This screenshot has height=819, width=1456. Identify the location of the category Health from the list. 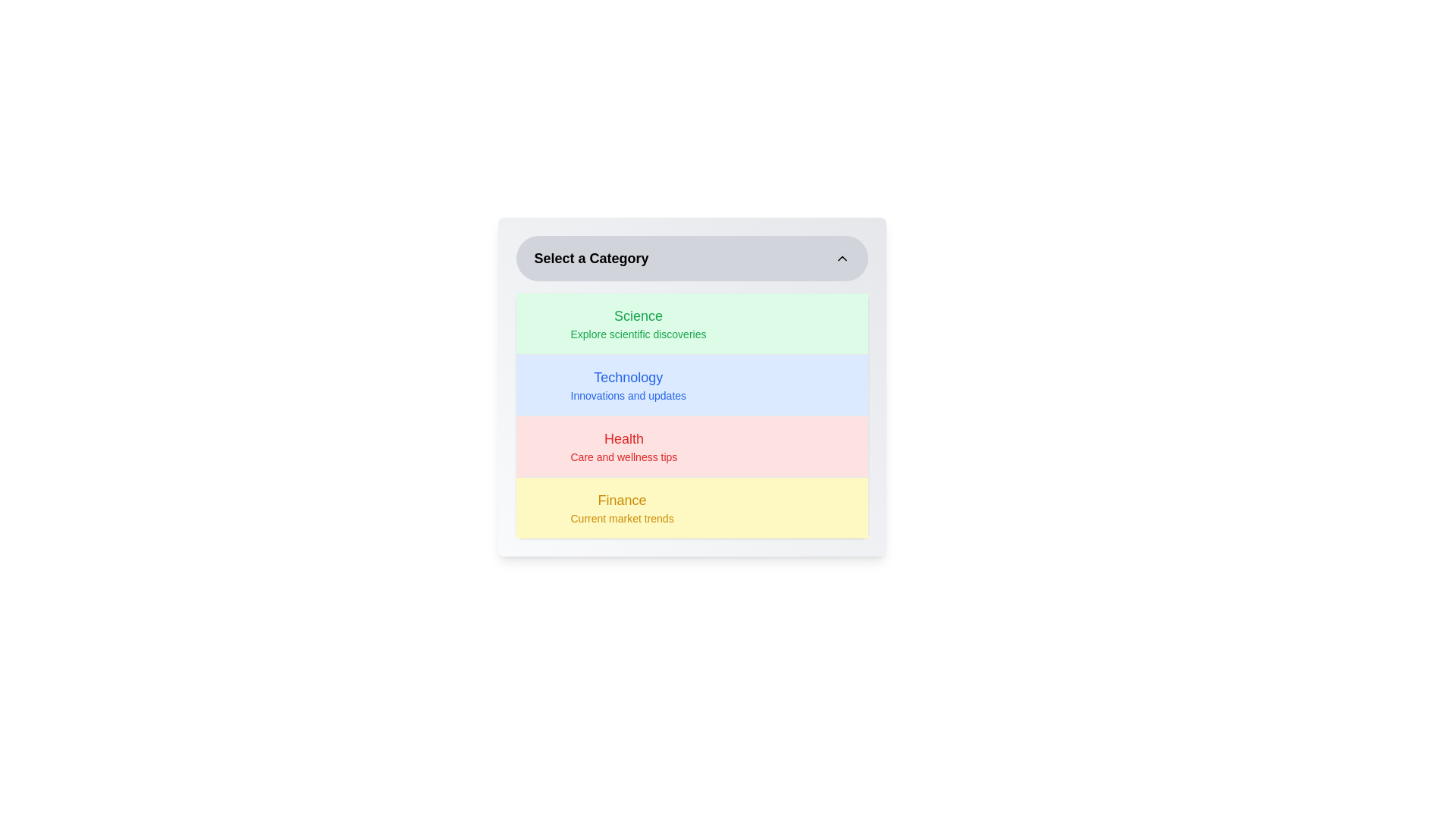
(691, 445).